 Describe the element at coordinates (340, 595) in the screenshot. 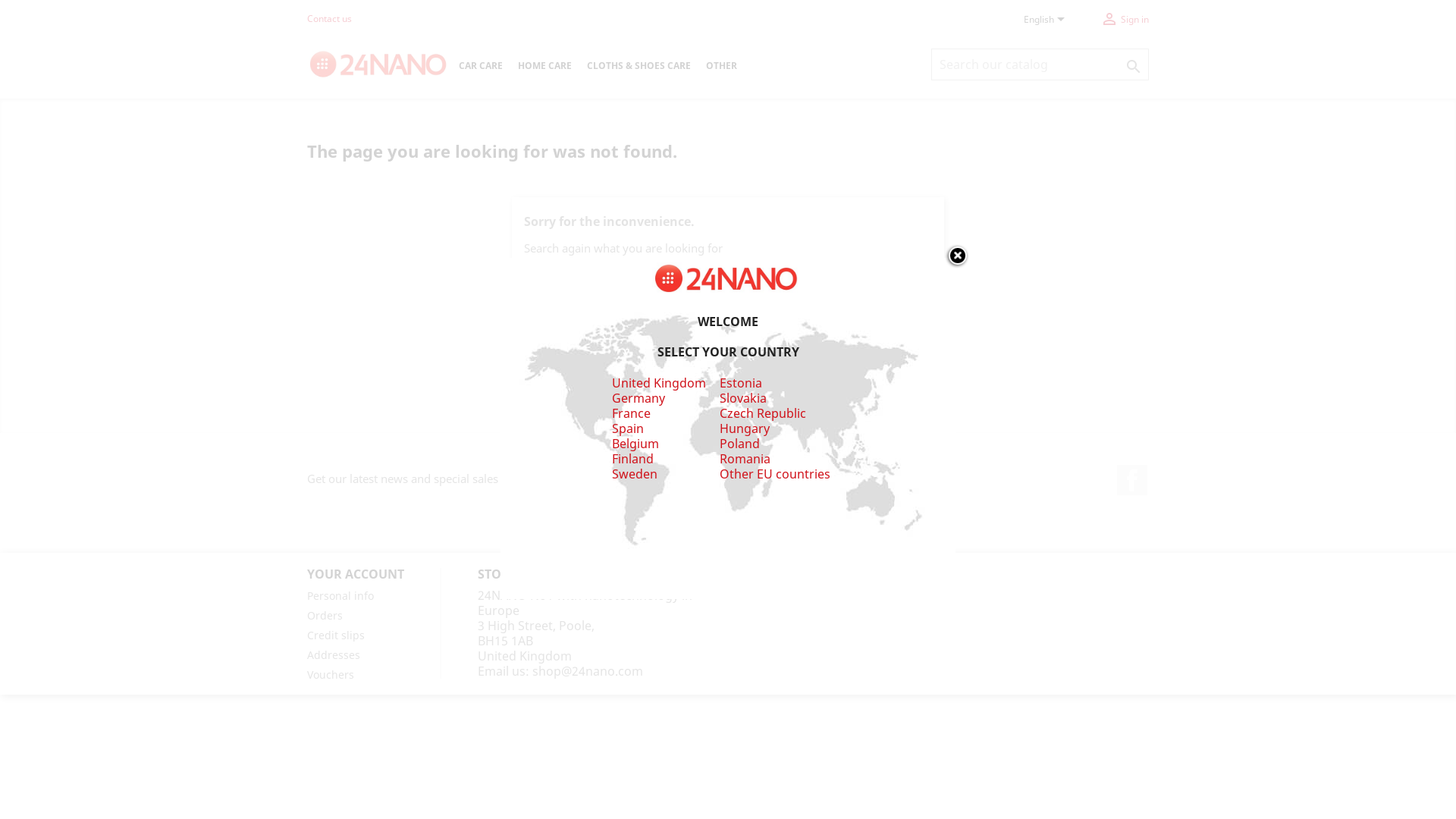

I see `'Personal info'` at that location.